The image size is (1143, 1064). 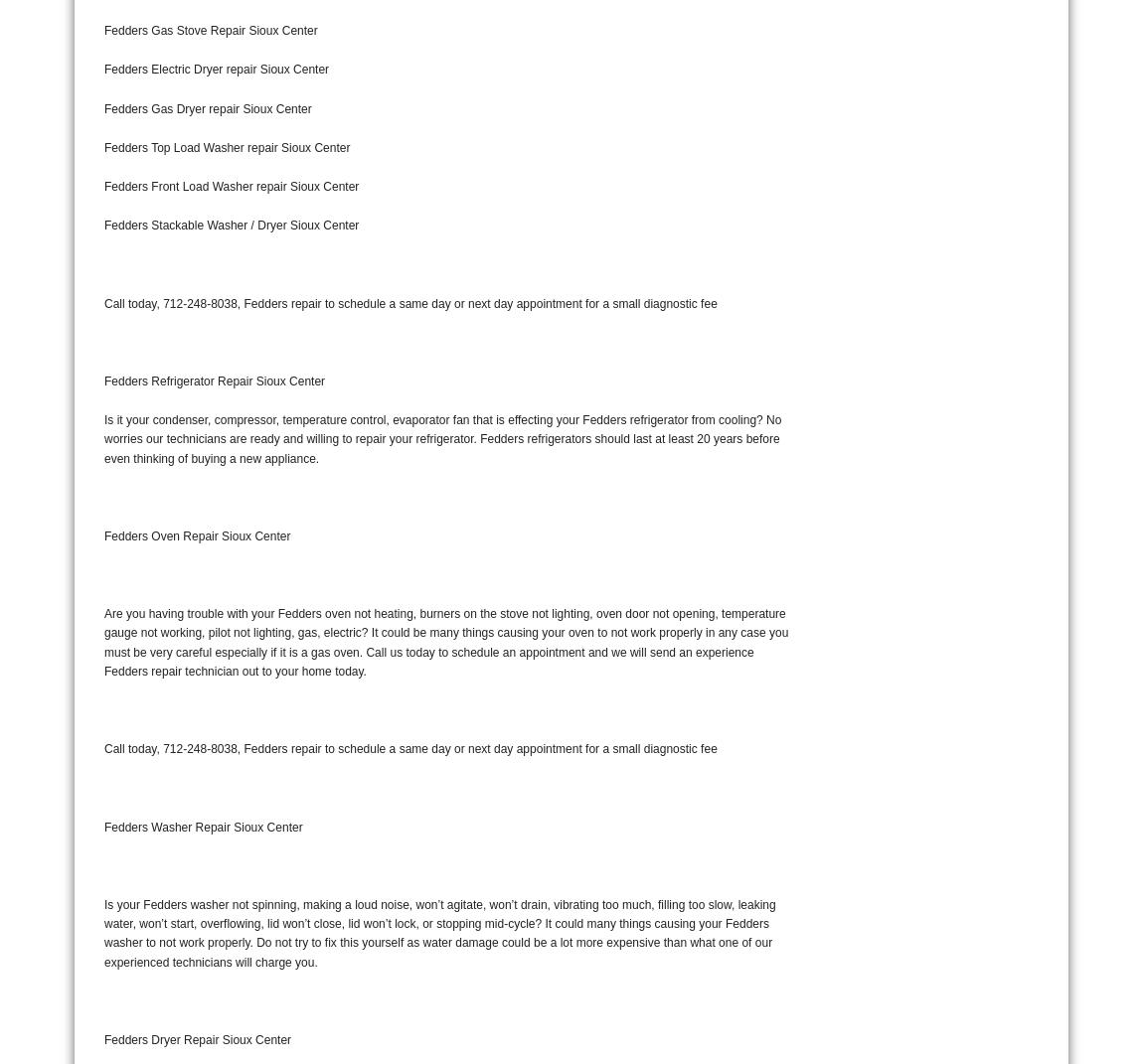 What do you see at coordinates (230, 225) in the screenshot?
I see `'Fedders Stackable Washer / Dryer Sioux Center'` at bounding box center [230, 225].